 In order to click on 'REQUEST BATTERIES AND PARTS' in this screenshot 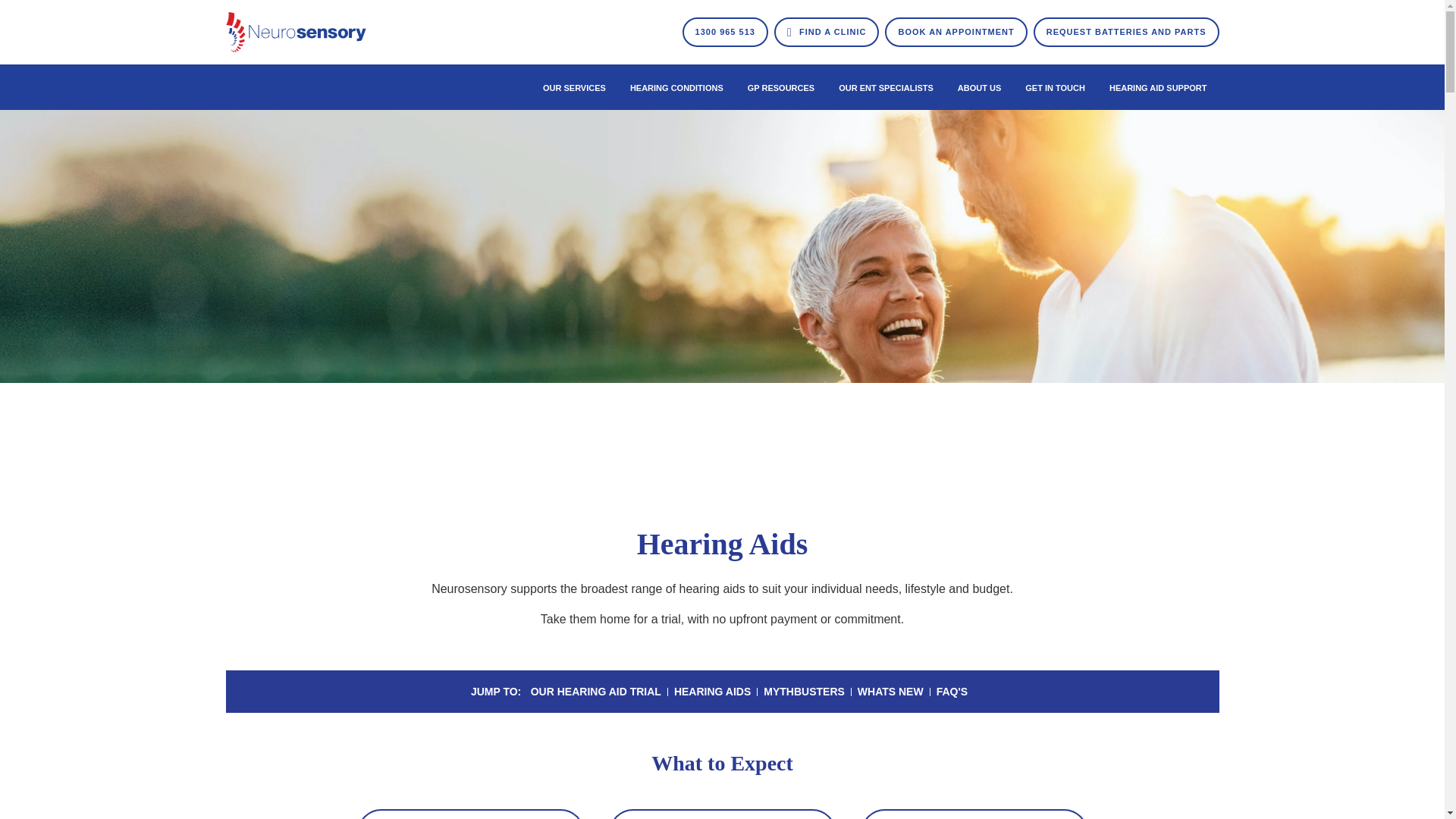, I will do `click(1126, 32)`.